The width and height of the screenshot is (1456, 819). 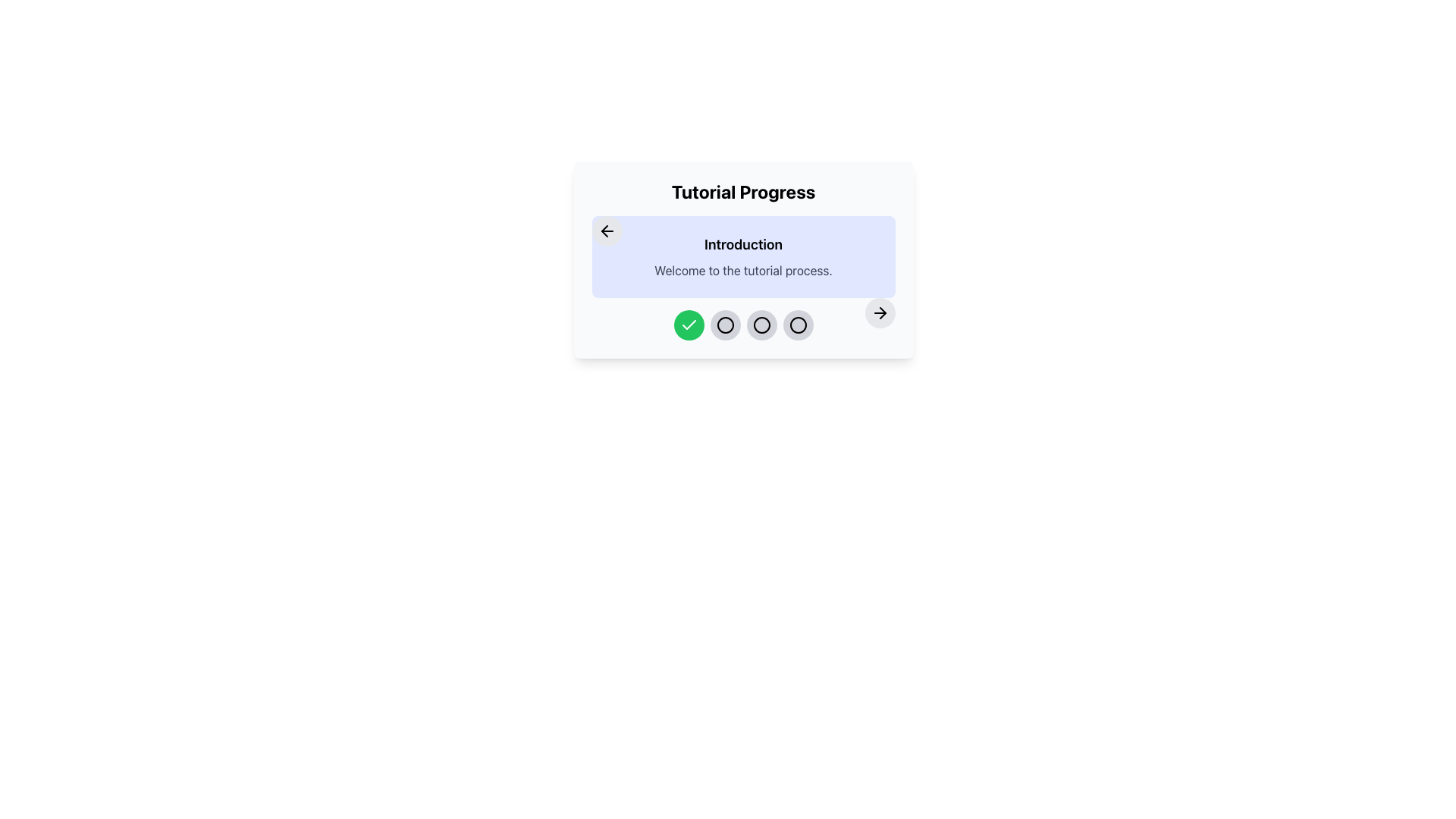 What do you see at coordinates (797, 324) in the screenshot?
I see `the fourth circular button with a gray background and black outline located under the 'Tutorial Progress' section` at bounding box center [797, 324].